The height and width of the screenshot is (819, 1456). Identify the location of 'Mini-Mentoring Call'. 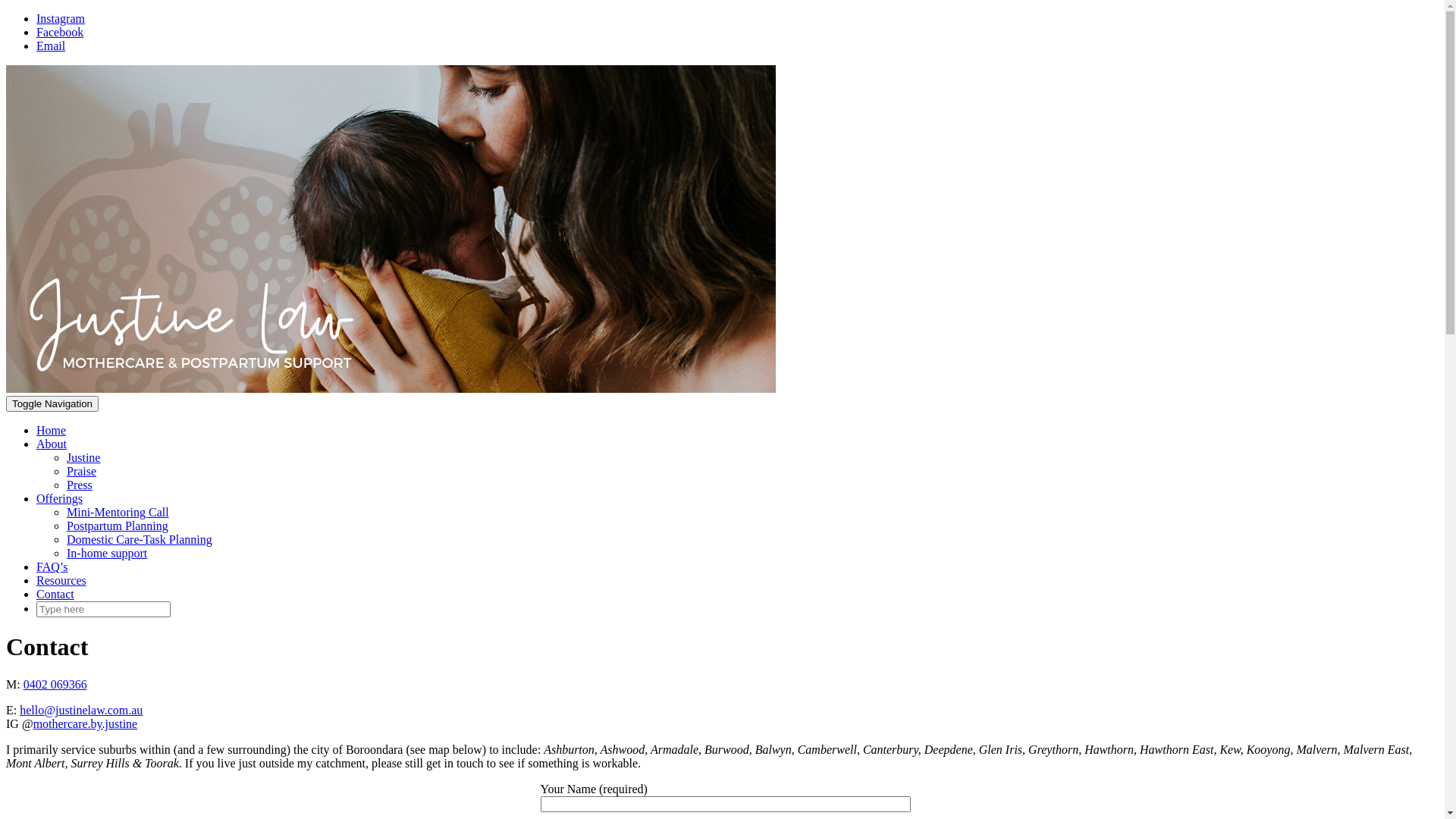
(117, 512).